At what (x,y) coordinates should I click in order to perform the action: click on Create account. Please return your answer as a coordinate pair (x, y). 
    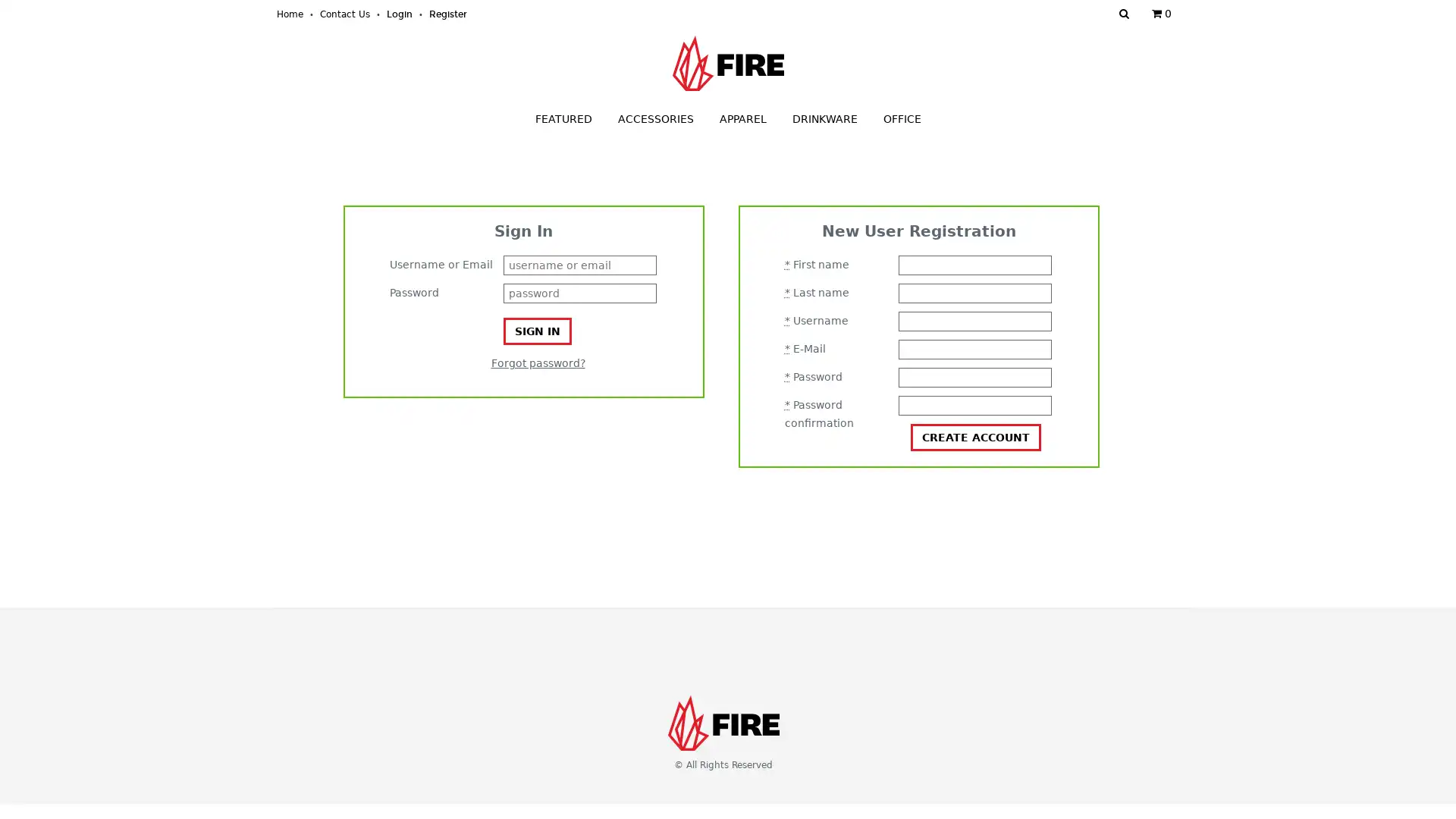
    Looking at the image, I should click on (975, 438).